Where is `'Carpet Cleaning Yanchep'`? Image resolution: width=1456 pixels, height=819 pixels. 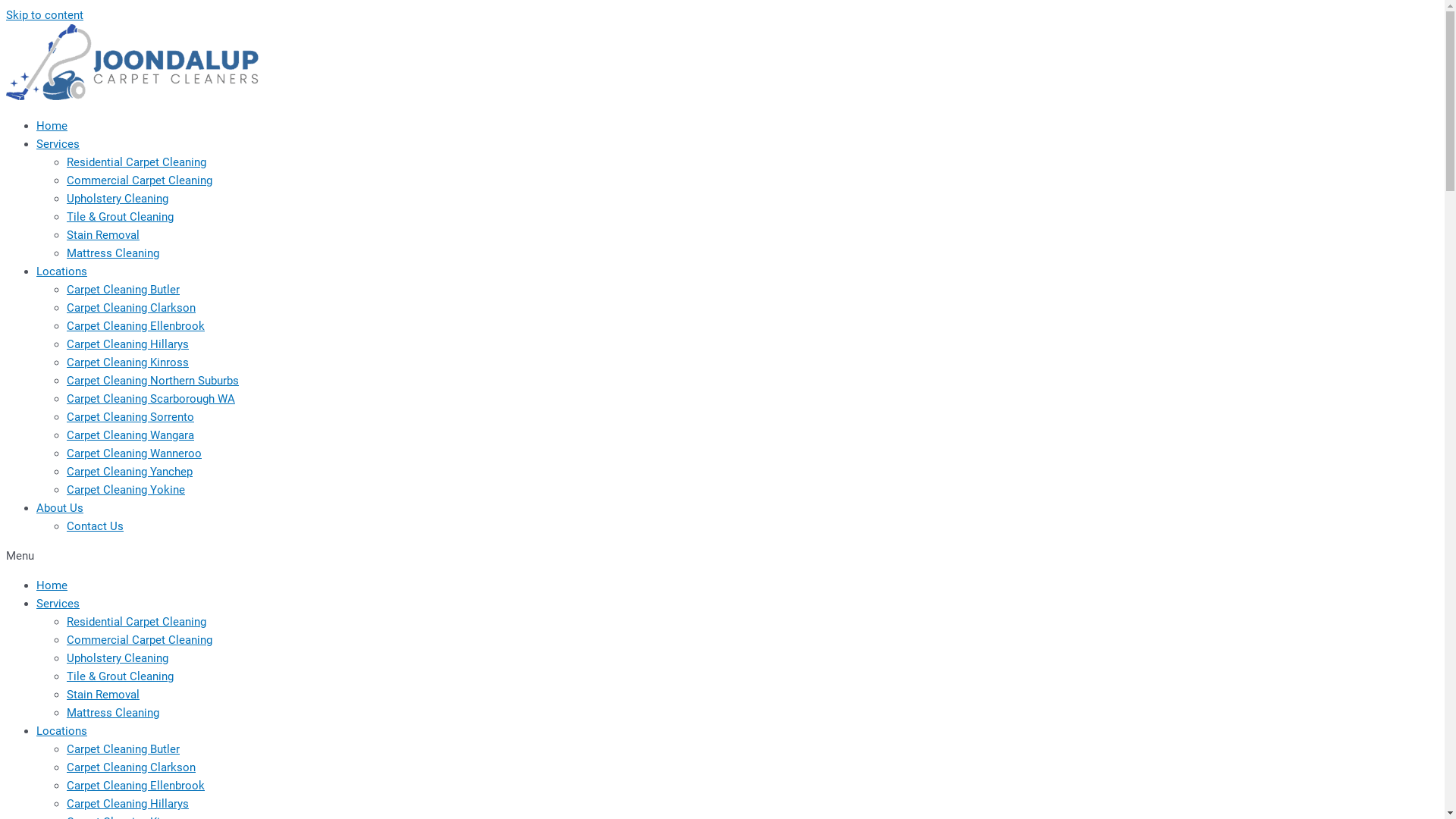
'Carpet Cleaning Yanchep' is located at coordinates (65, 470).